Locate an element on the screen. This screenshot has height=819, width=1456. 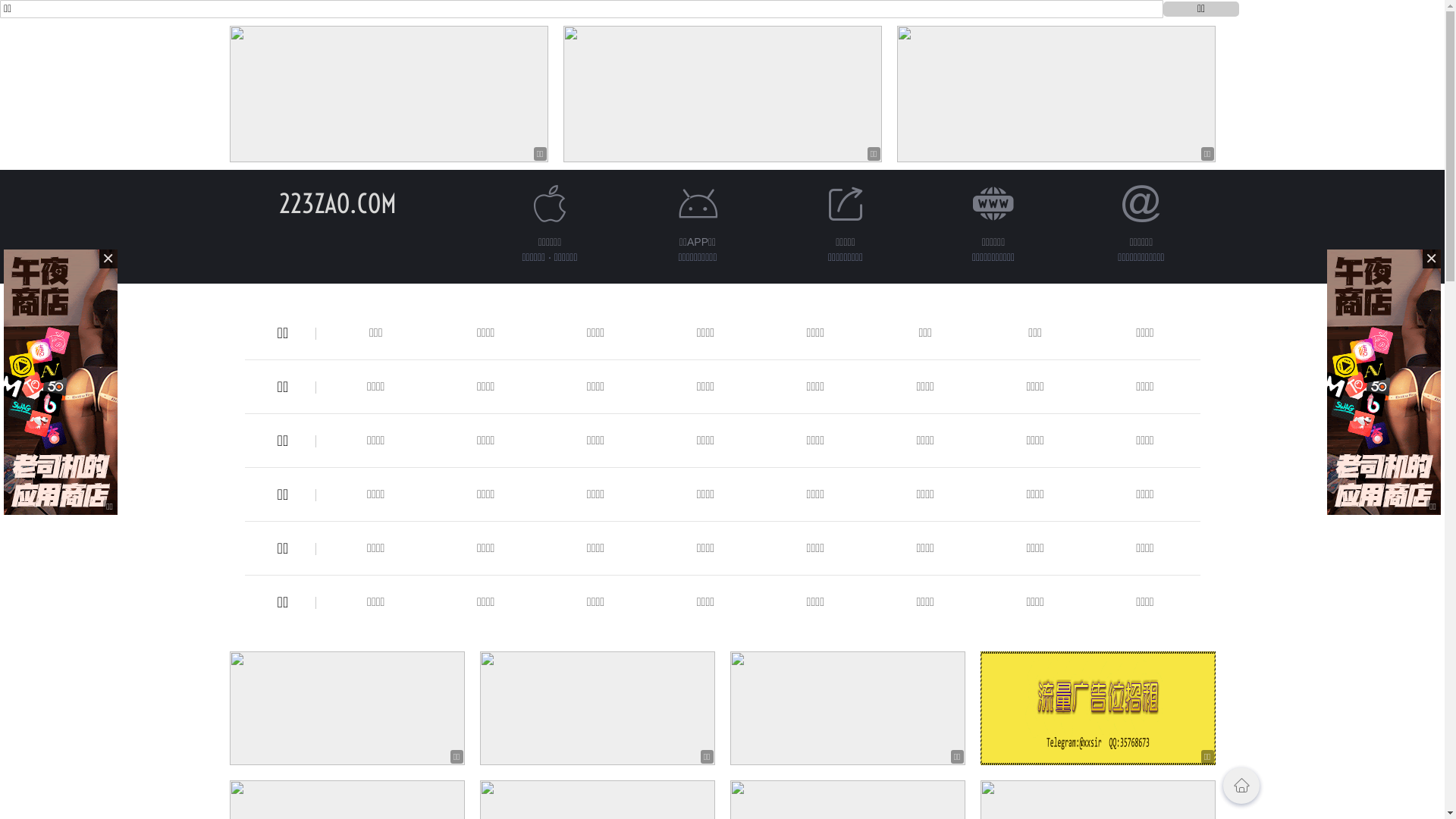
'223ZAO.COM' is located at coordinates (337, 202).